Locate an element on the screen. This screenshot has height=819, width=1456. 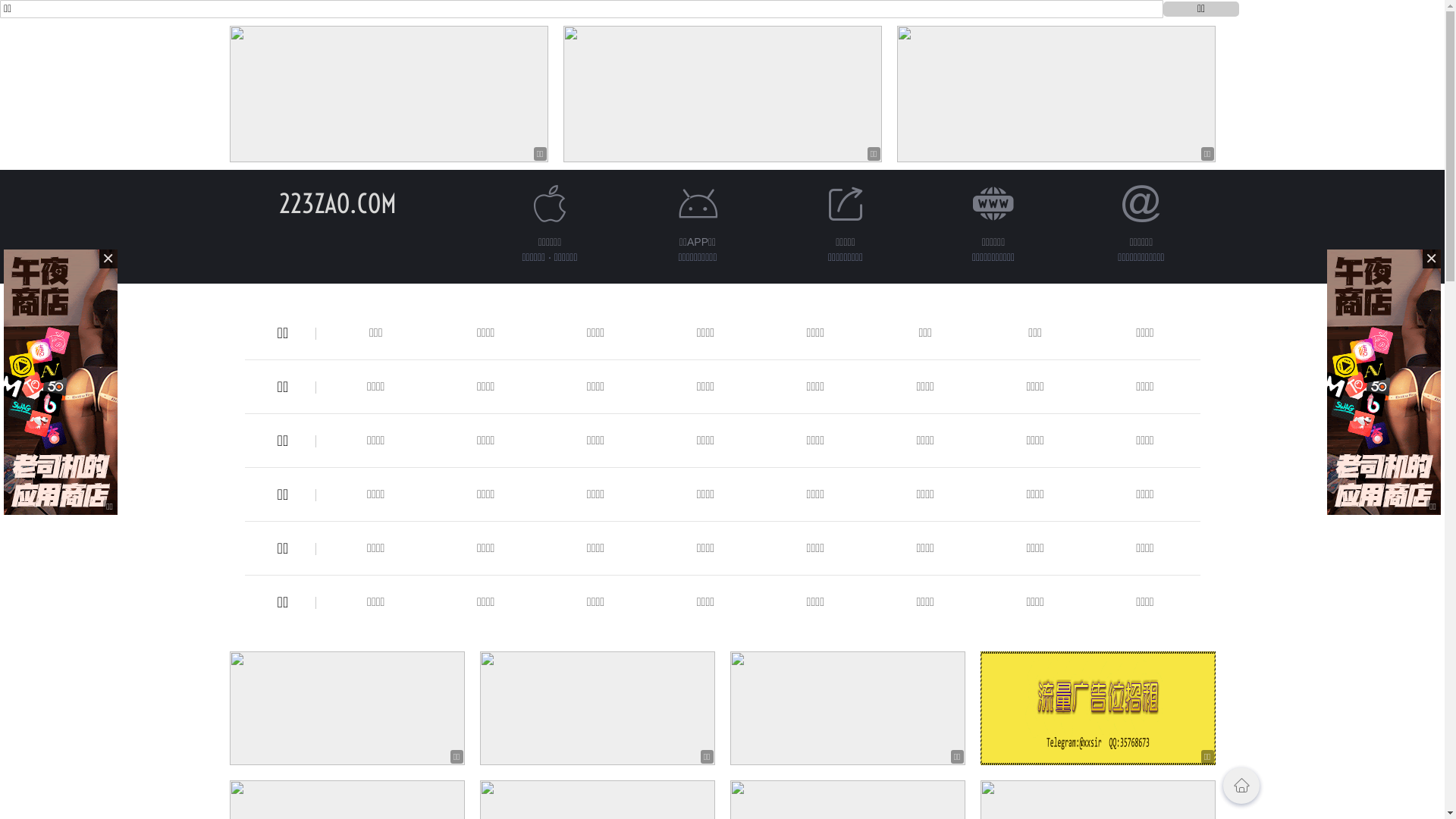
'223ZAO.COM' is located at coordinates (337, 202).